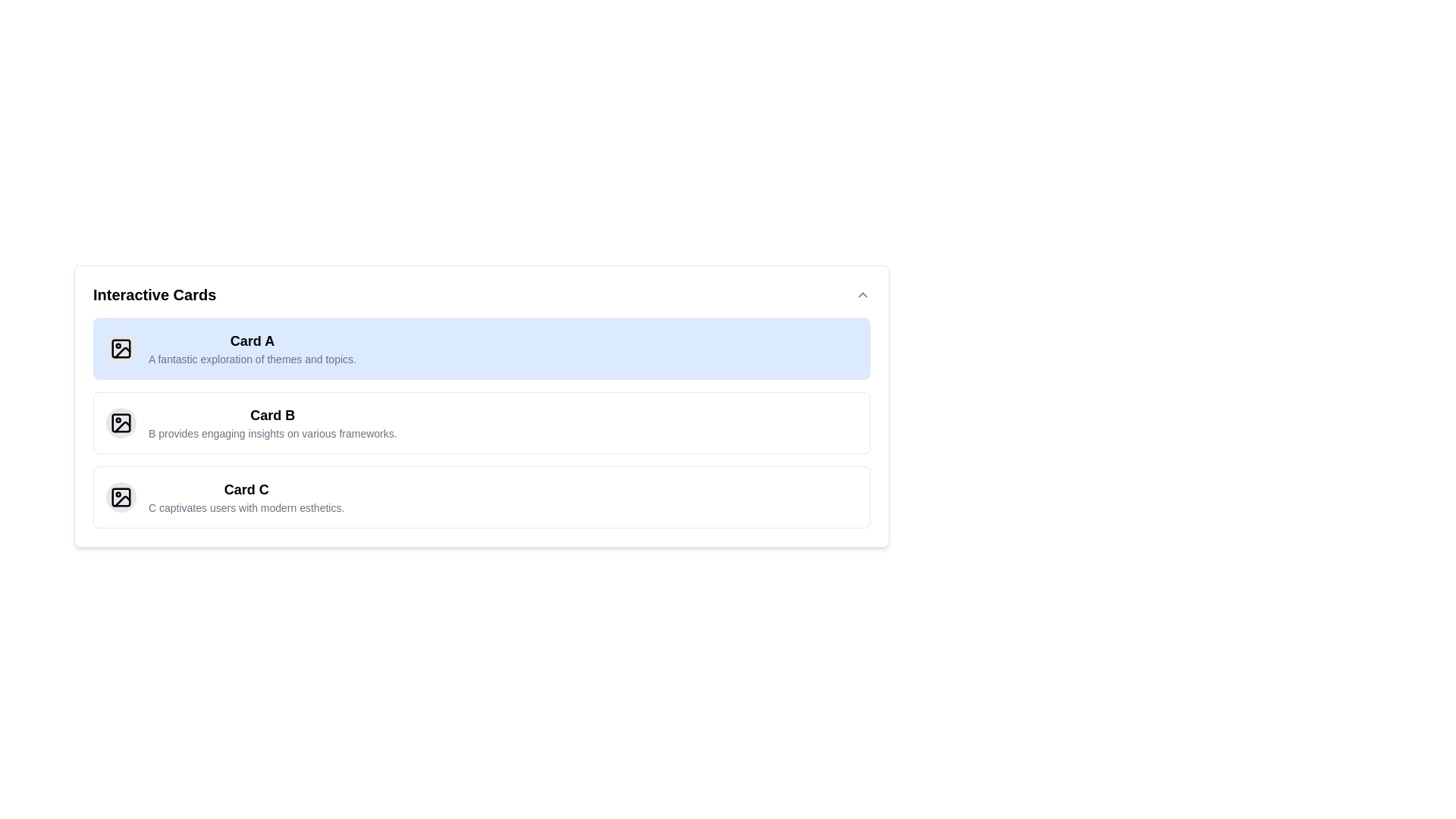 This screenshot has height=819, width=1456. I want to click on the photograph icon located at the top-left corner of 'Card A', which features a circular shape within a rectangular outline and is styled with black strokes on a light background, so click(120, 348).